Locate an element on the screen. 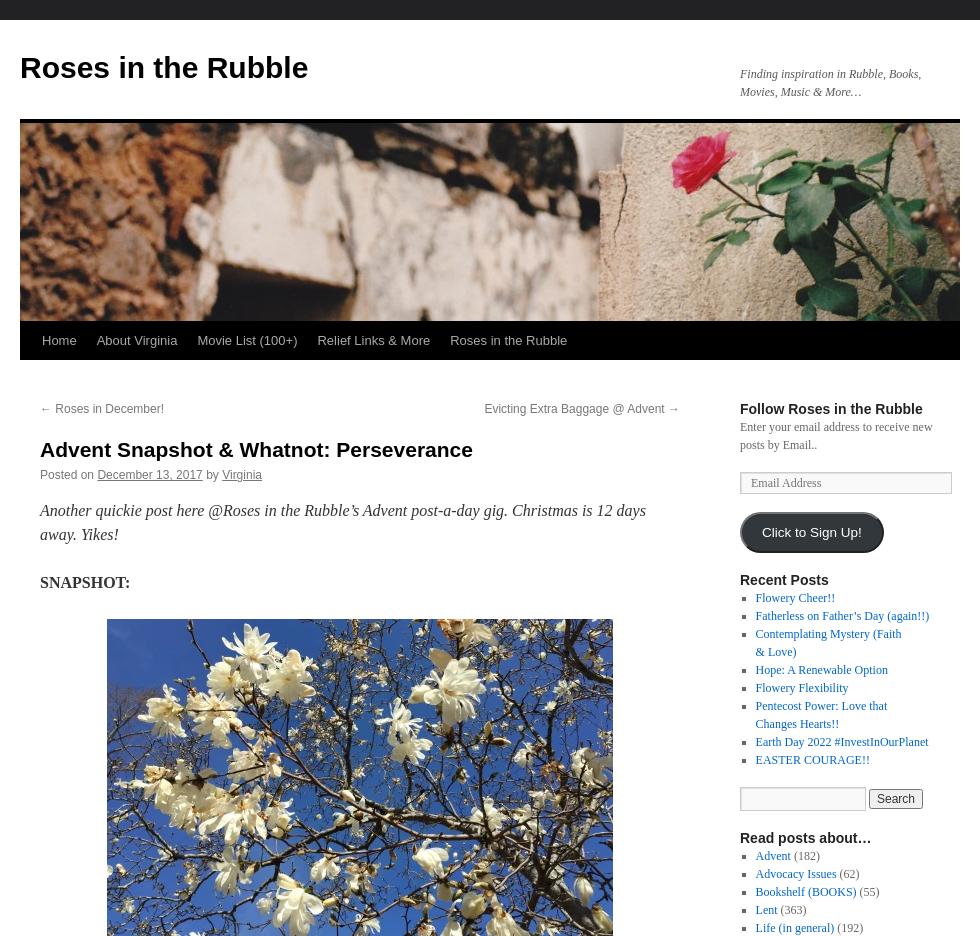 This screenshot has width=980, height=936. '(55)' is located at coordinates (867, 891).